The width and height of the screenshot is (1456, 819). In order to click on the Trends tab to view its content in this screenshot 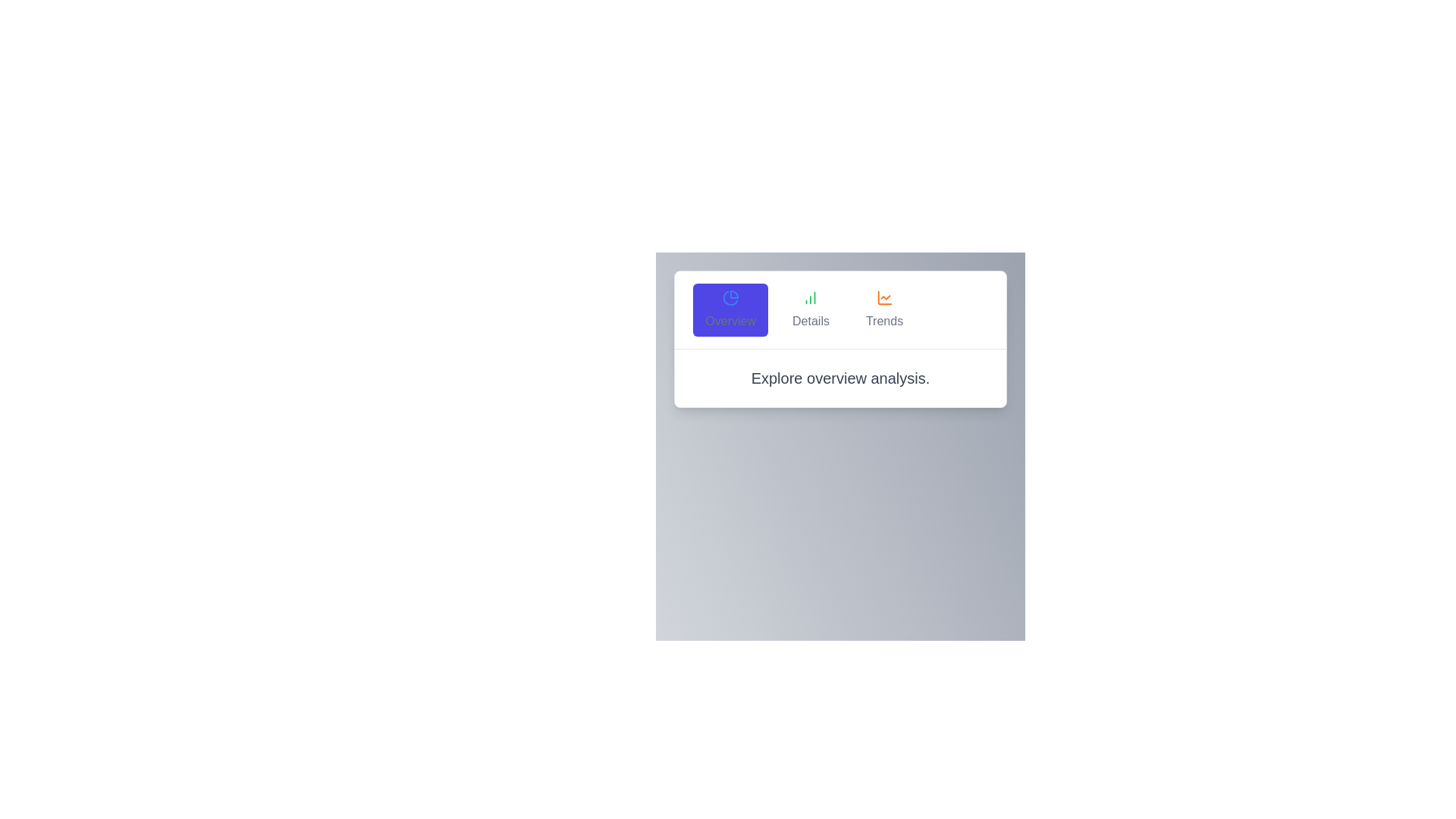, I will do `click(884, 309)`.